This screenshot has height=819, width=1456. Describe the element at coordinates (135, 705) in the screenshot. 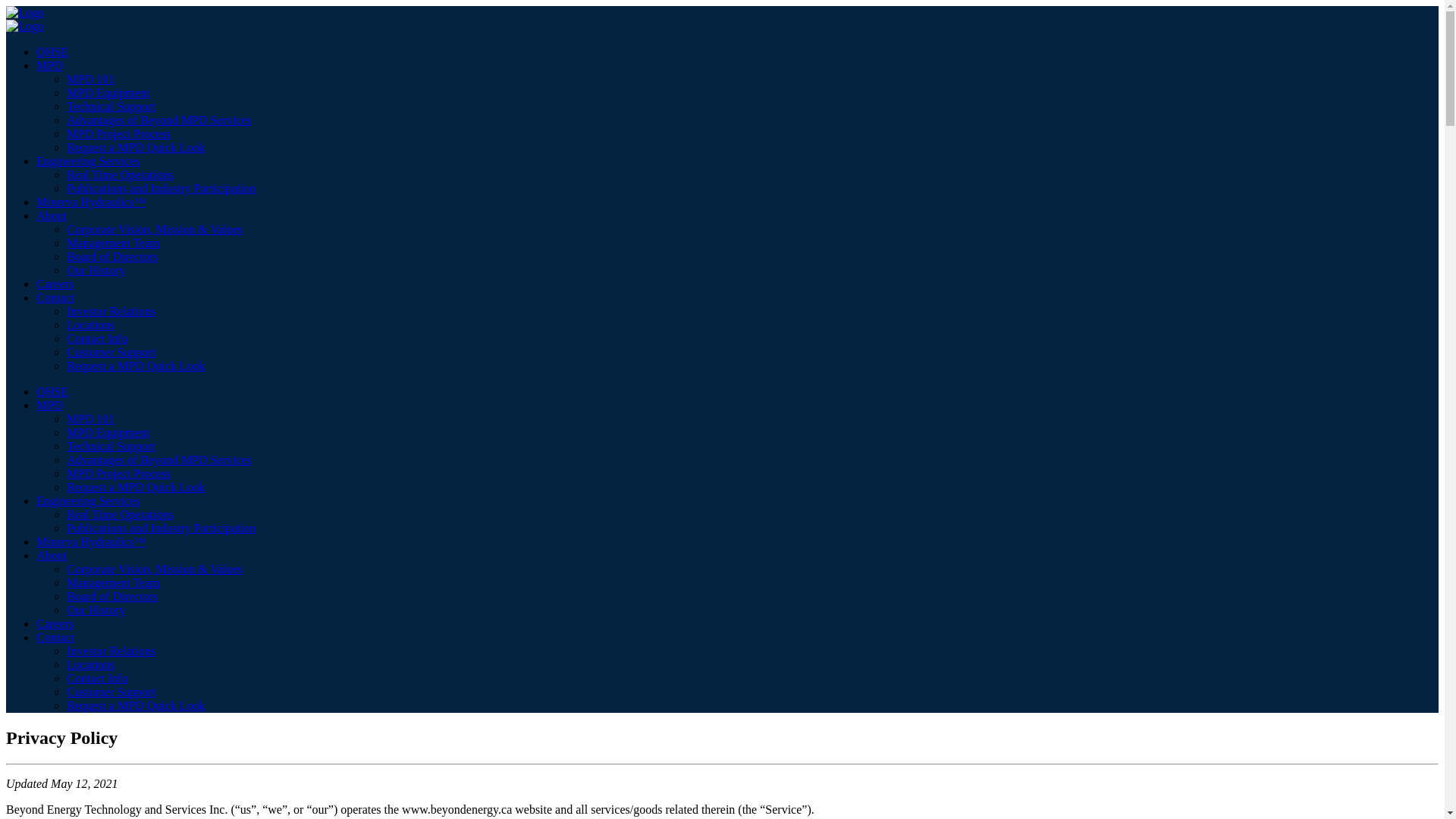

I see `'Request a MPD Quick Look'` at that location.